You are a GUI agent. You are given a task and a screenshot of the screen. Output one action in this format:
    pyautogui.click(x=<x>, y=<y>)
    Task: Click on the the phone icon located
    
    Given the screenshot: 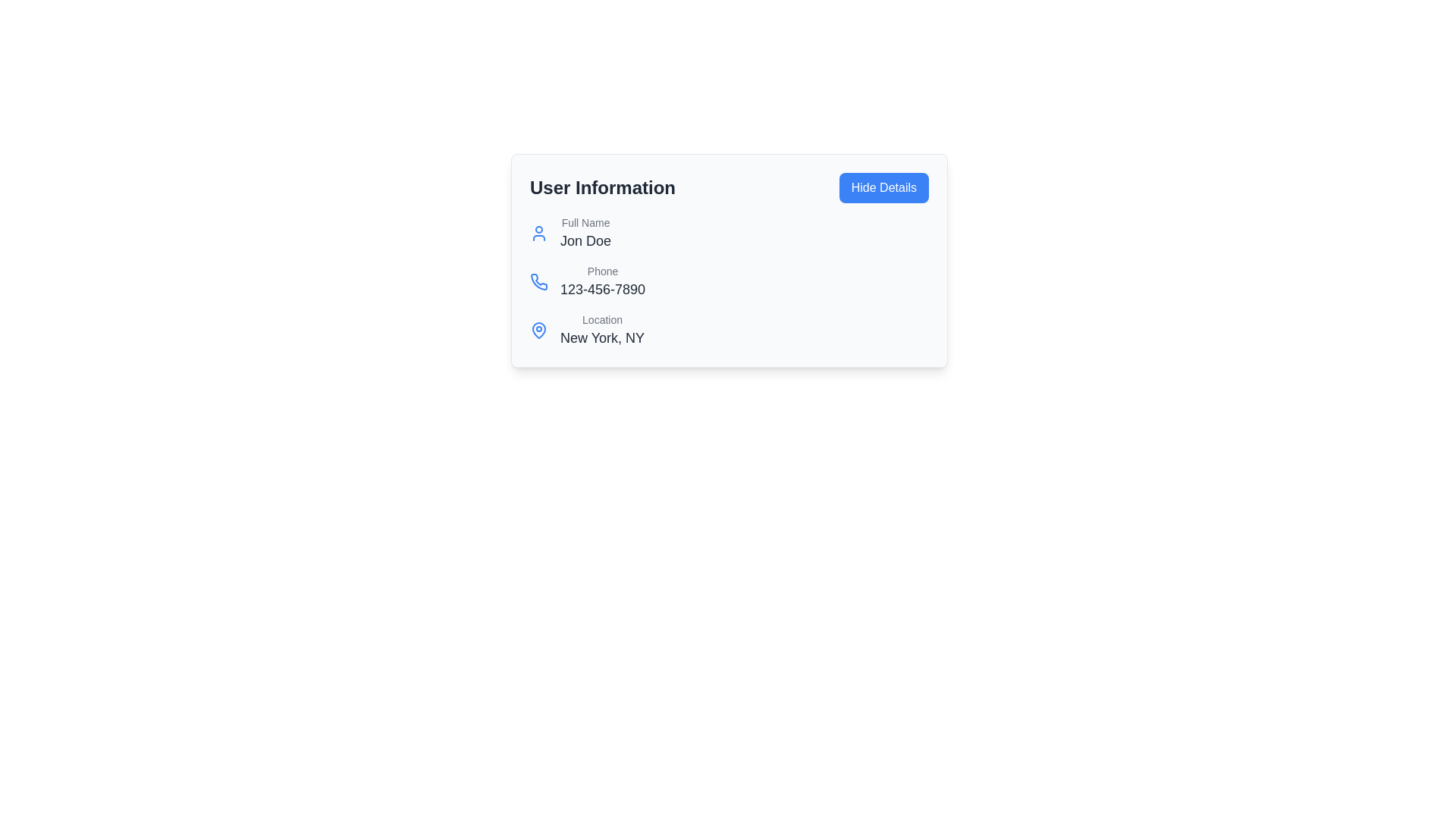 What is the action you would take?
    pyautogui.click(x=538, y=281)
    